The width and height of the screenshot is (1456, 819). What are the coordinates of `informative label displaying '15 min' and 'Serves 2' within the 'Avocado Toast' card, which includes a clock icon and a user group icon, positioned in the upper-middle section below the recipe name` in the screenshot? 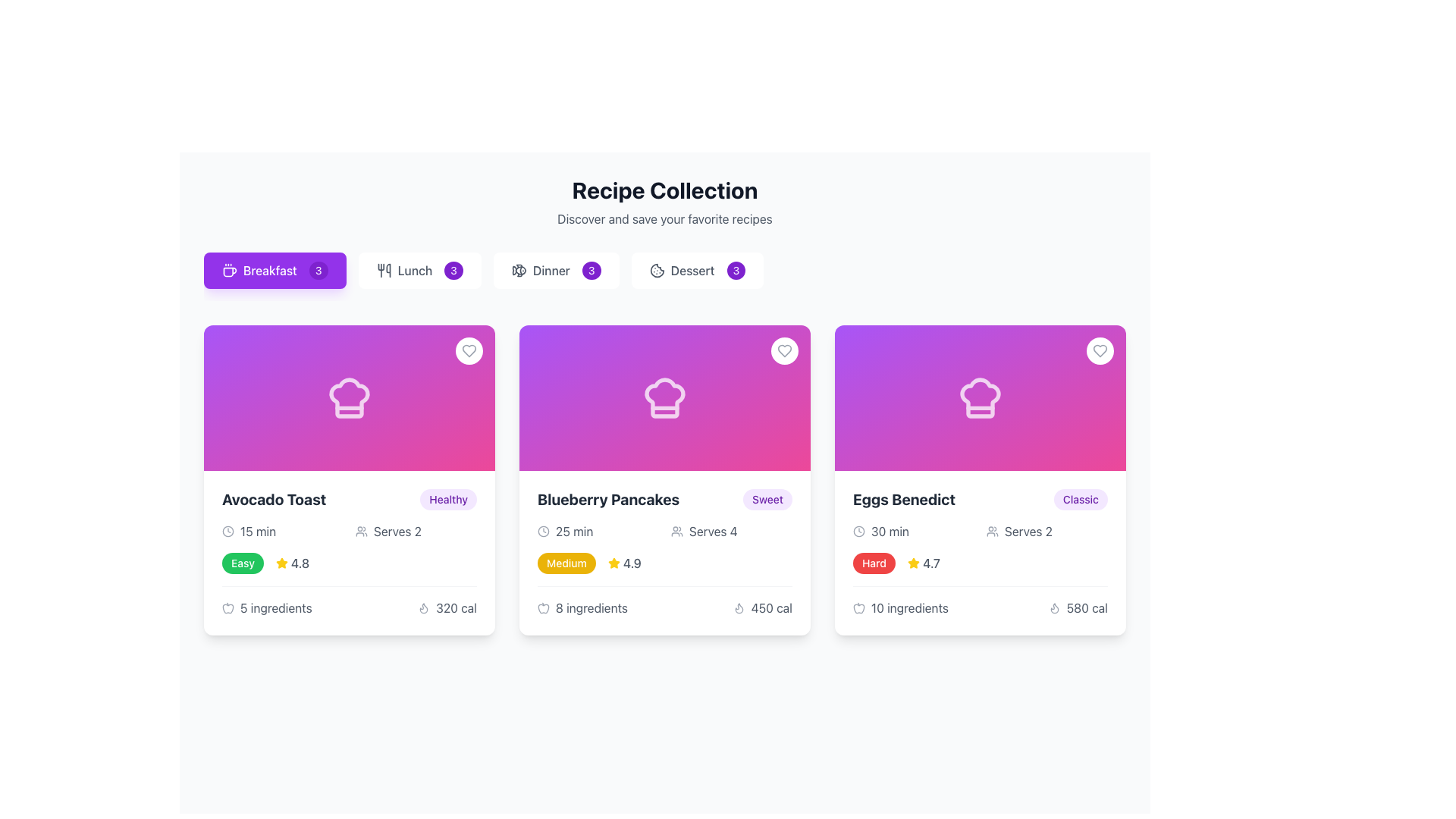 It's located at (348, 531).